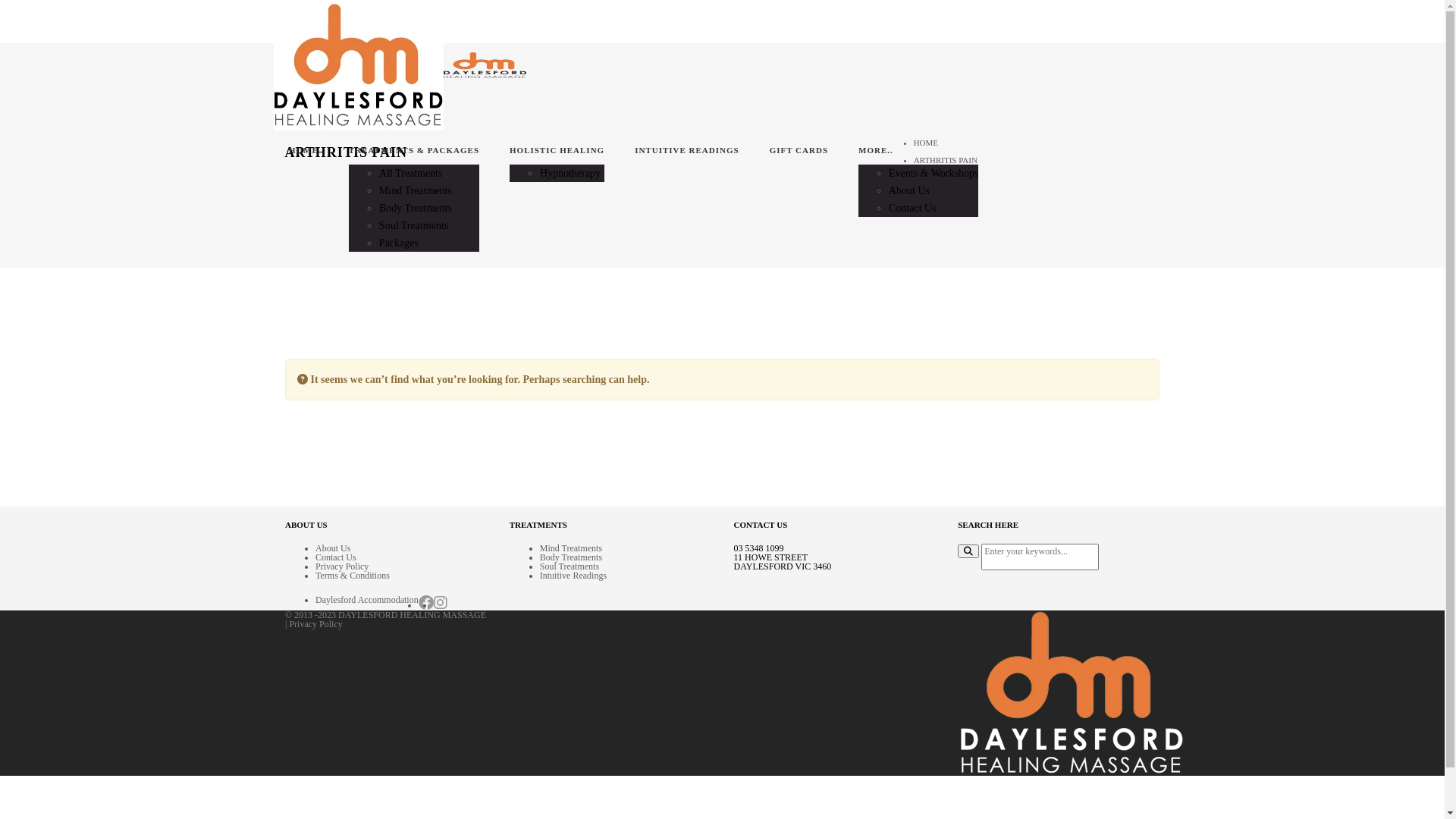  Describe the element at coordinates (769, 151) in the screenshot. I see `'GIFT CARDS'` at that location.